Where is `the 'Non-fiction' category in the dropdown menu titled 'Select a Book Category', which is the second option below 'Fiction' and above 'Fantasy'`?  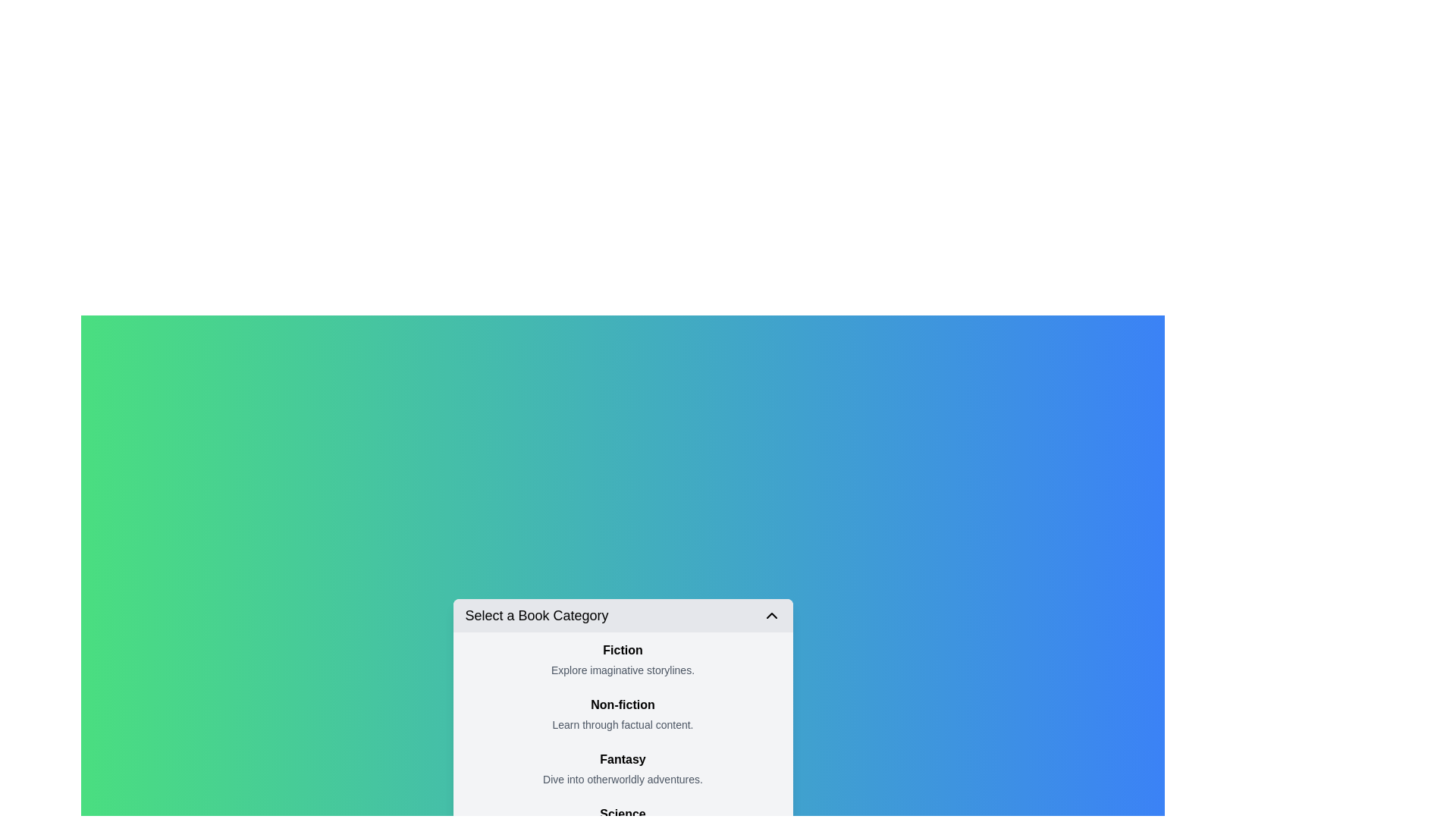 the 'Non-fiction' category in the dropdown menu titled 'Select a Book Category', which is the second option below 'Fiction' and above 'Fantasy' is located at coordinates (623, 714).